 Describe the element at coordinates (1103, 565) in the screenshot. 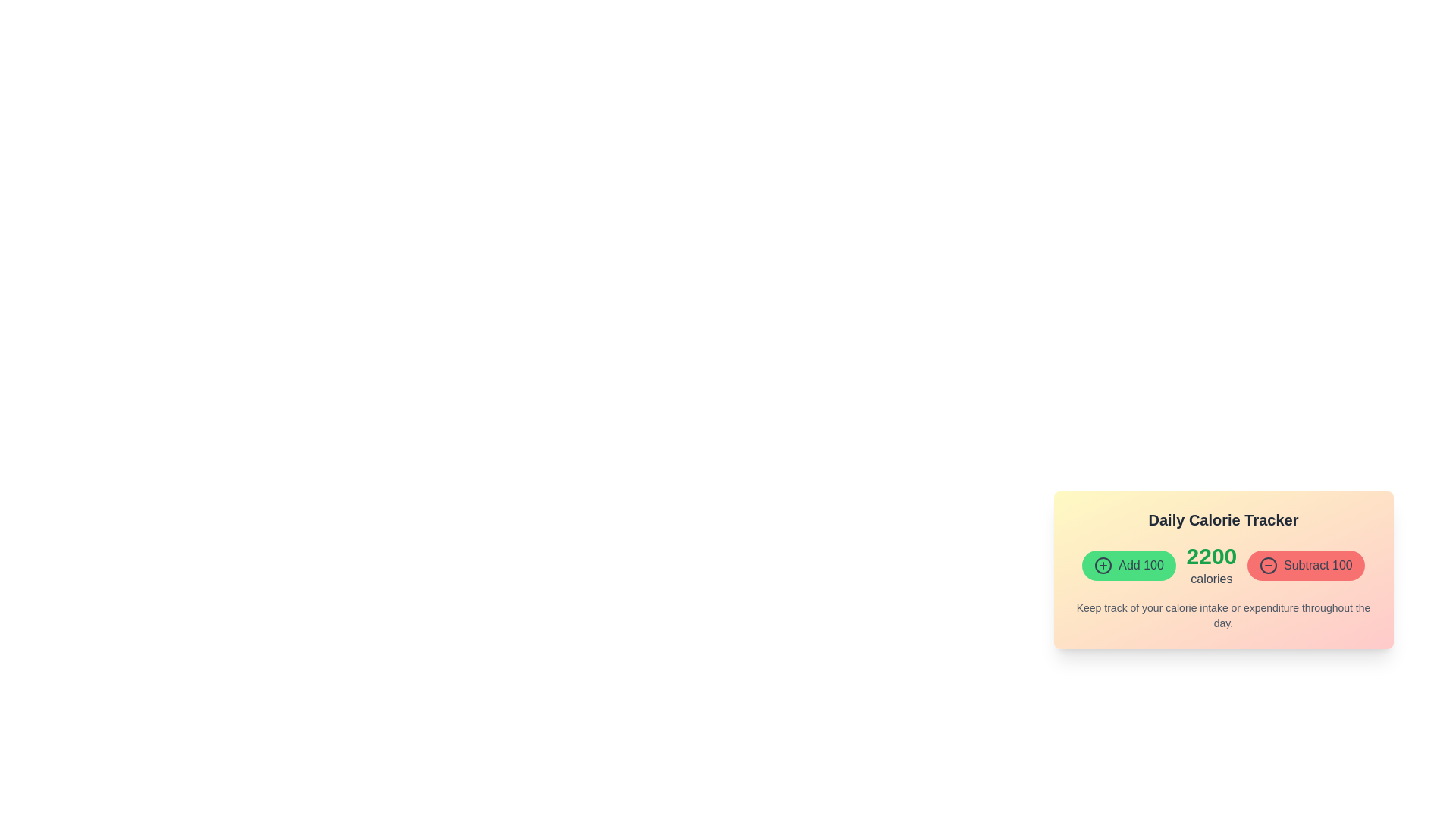

I see `the circle-plus icon on the left side of the 'Add 100' button in the 'Daily Calorie Tracker' panel to initiate the add action` at that location.